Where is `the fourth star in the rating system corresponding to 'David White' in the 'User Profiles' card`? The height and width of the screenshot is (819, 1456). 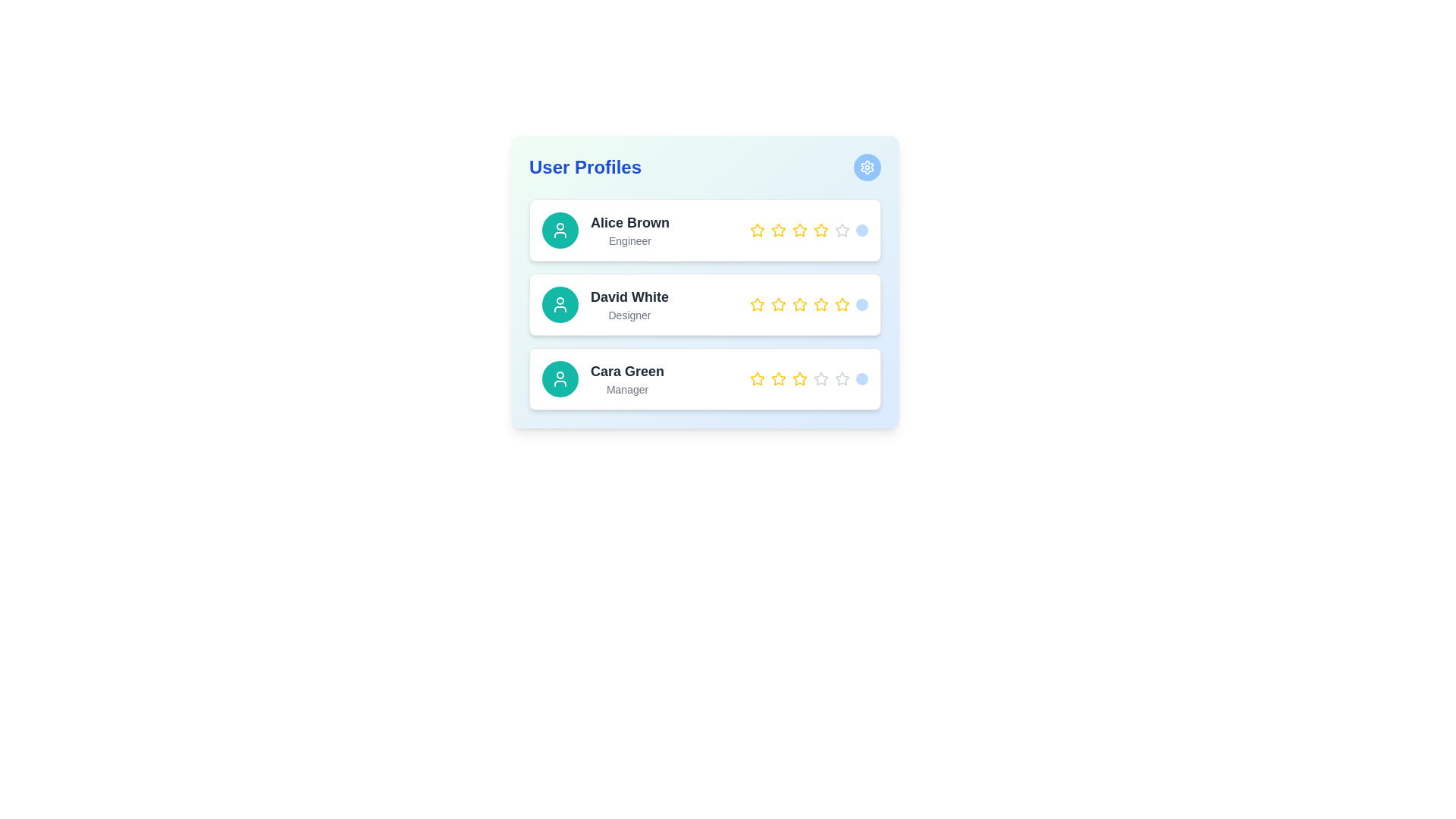
the fourth star in the rating system corresponding to 'David White' in the 'User Profiles' card is located at coordinates (799, 304).